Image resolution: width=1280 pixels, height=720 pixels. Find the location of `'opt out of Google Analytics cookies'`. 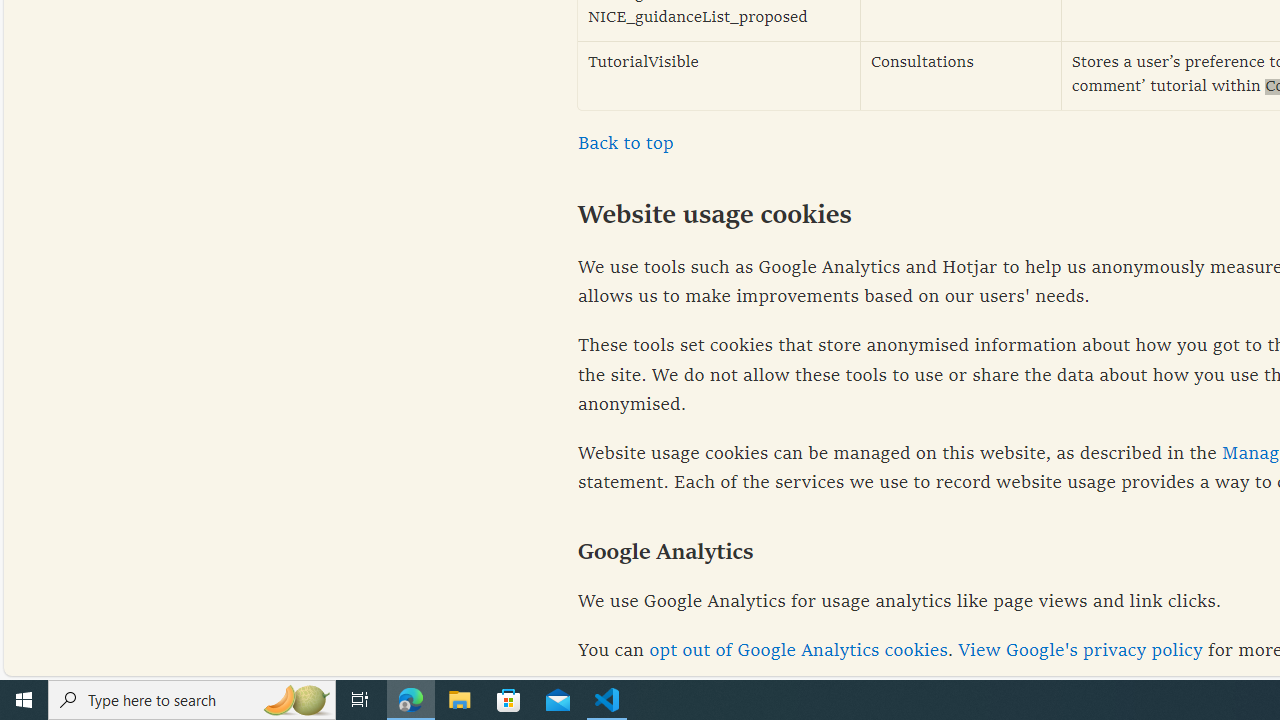

'opt out of Google Analytics cookies' is located at coordinates (797, 651).